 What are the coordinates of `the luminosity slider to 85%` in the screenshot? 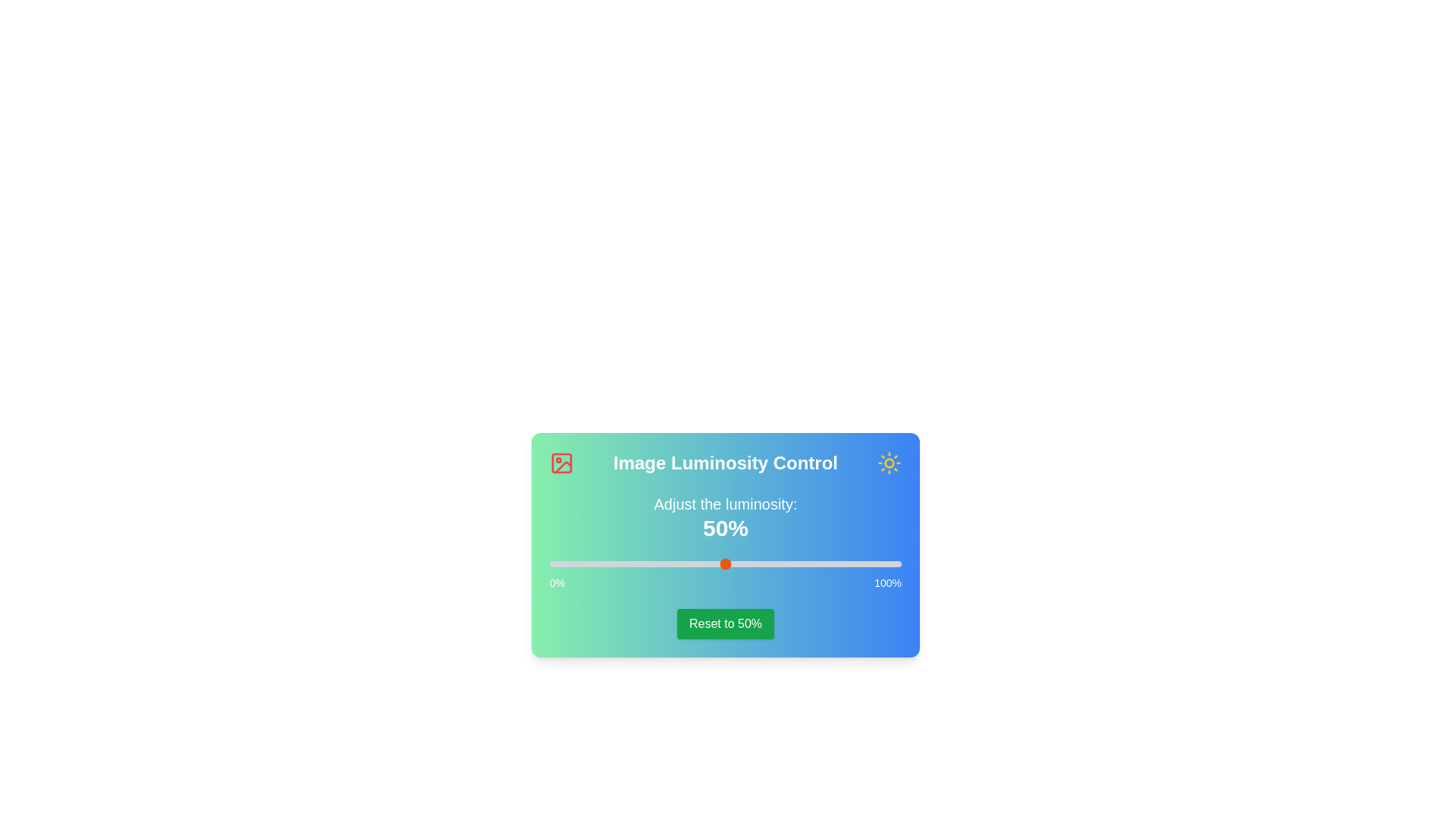 It's located at (848, 564).